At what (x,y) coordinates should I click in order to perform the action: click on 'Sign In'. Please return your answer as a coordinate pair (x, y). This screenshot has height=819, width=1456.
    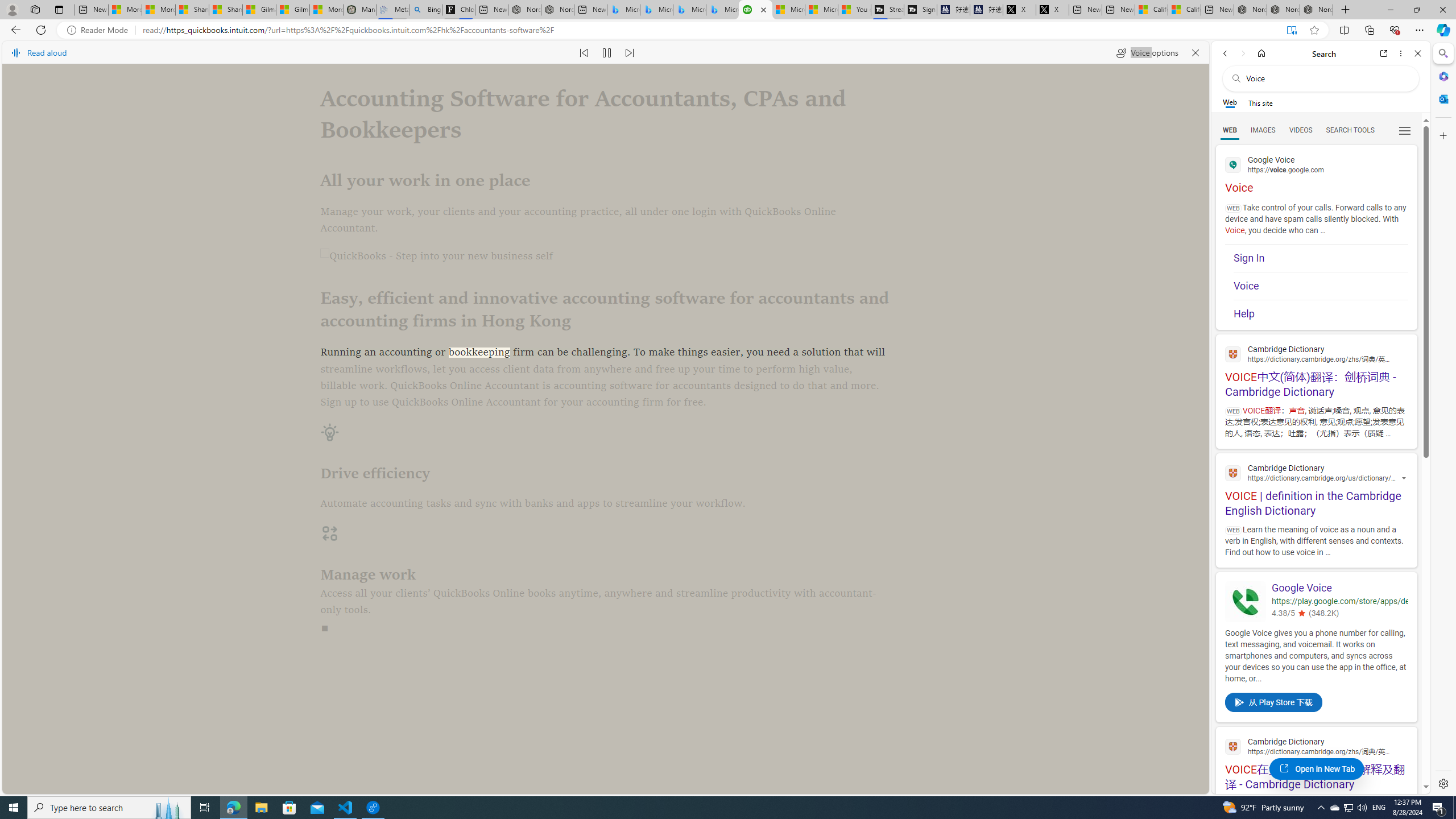
    Looking at the image, I should click on (1319, 259).